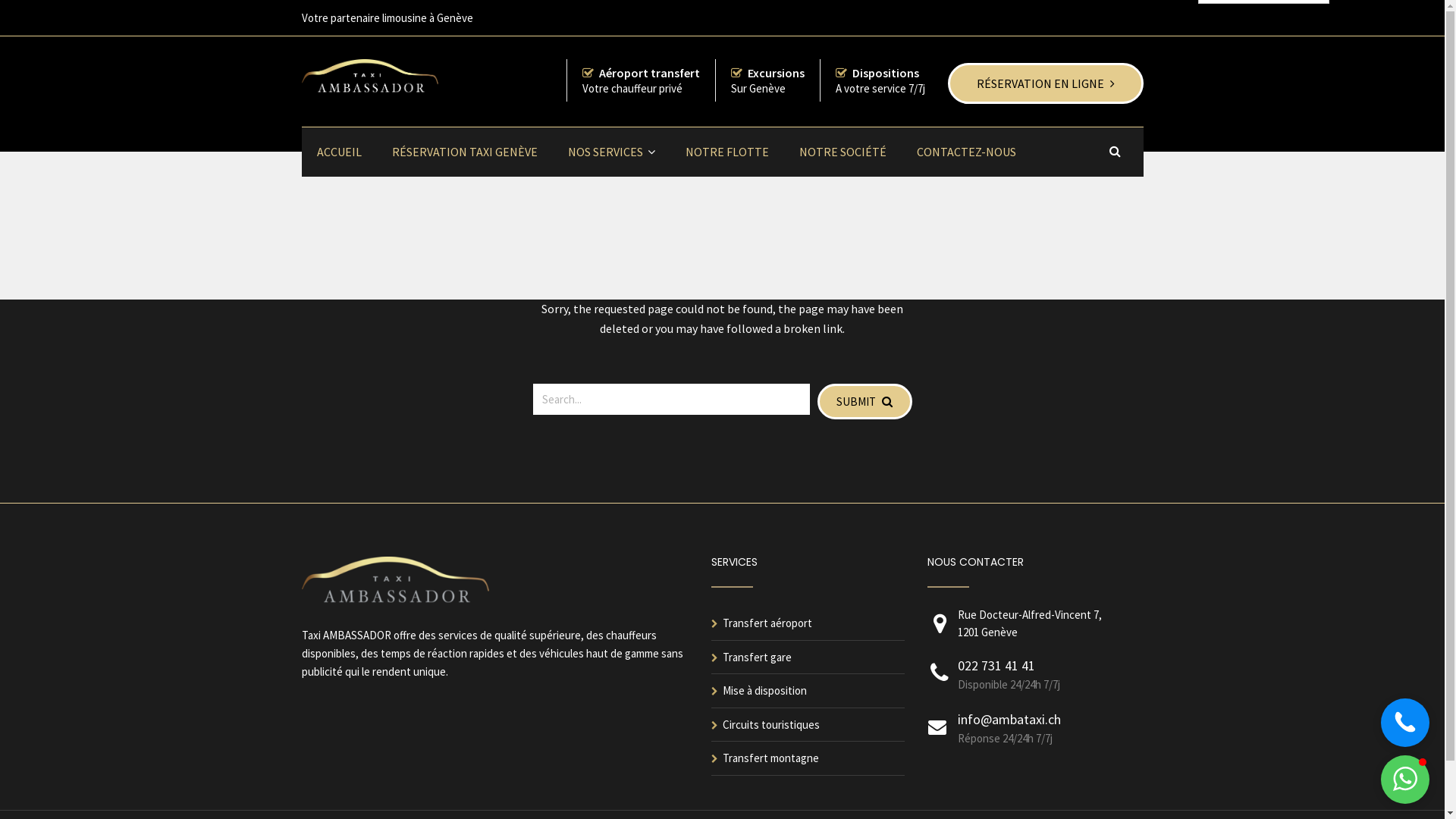 This screenshot has width=1456, height=819. Describe the element at coordinates (610, 152) in the screenshot. I see `'NOS SERVICES'` at that location.